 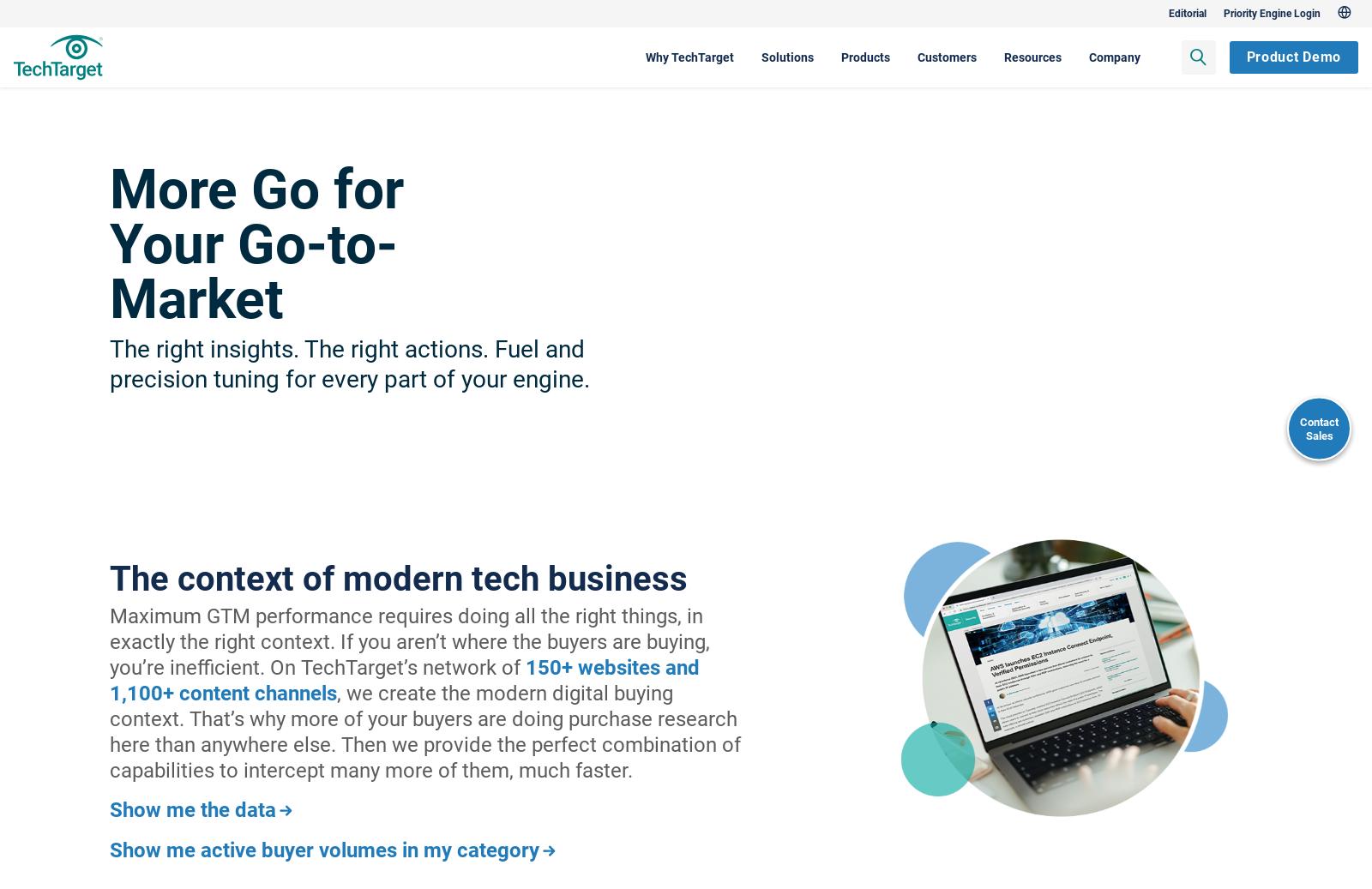 What do you see at coordinates (689, 56) in the screenshot?
I see `'Solutions'` at bounding box center [689, 56].